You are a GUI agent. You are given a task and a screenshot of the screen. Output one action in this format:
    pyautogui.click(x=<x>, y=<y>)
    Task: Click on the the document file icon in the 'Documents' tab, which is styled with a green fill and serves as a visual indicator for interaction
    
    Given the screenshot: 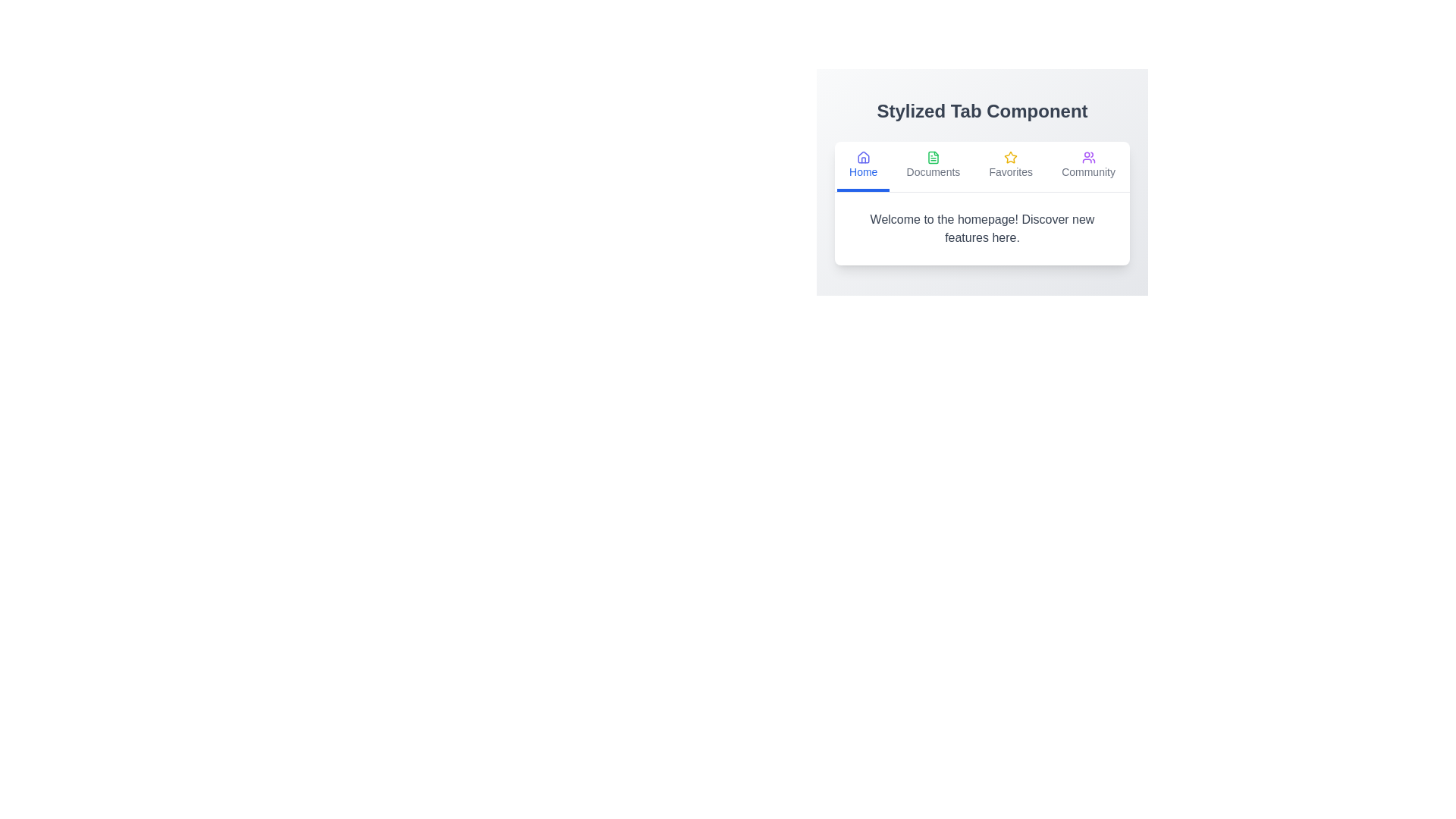 What is the action you would take?
    pyautogui.click(x=932, y=158)
    